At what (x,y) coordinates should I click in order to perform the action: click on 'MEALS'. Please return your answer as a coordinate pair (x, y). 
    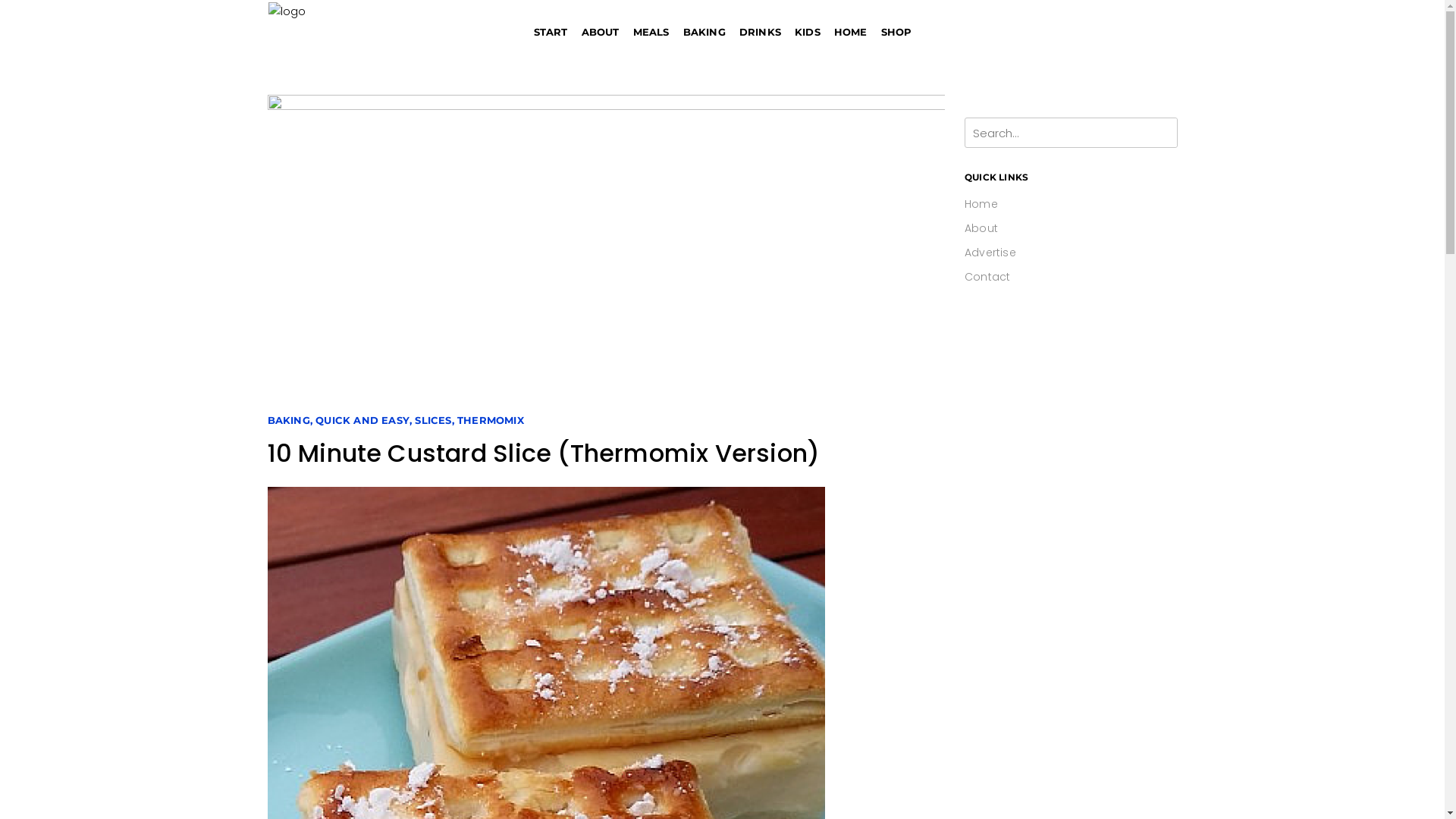
    Looking at the image, I should click on (651, 32).